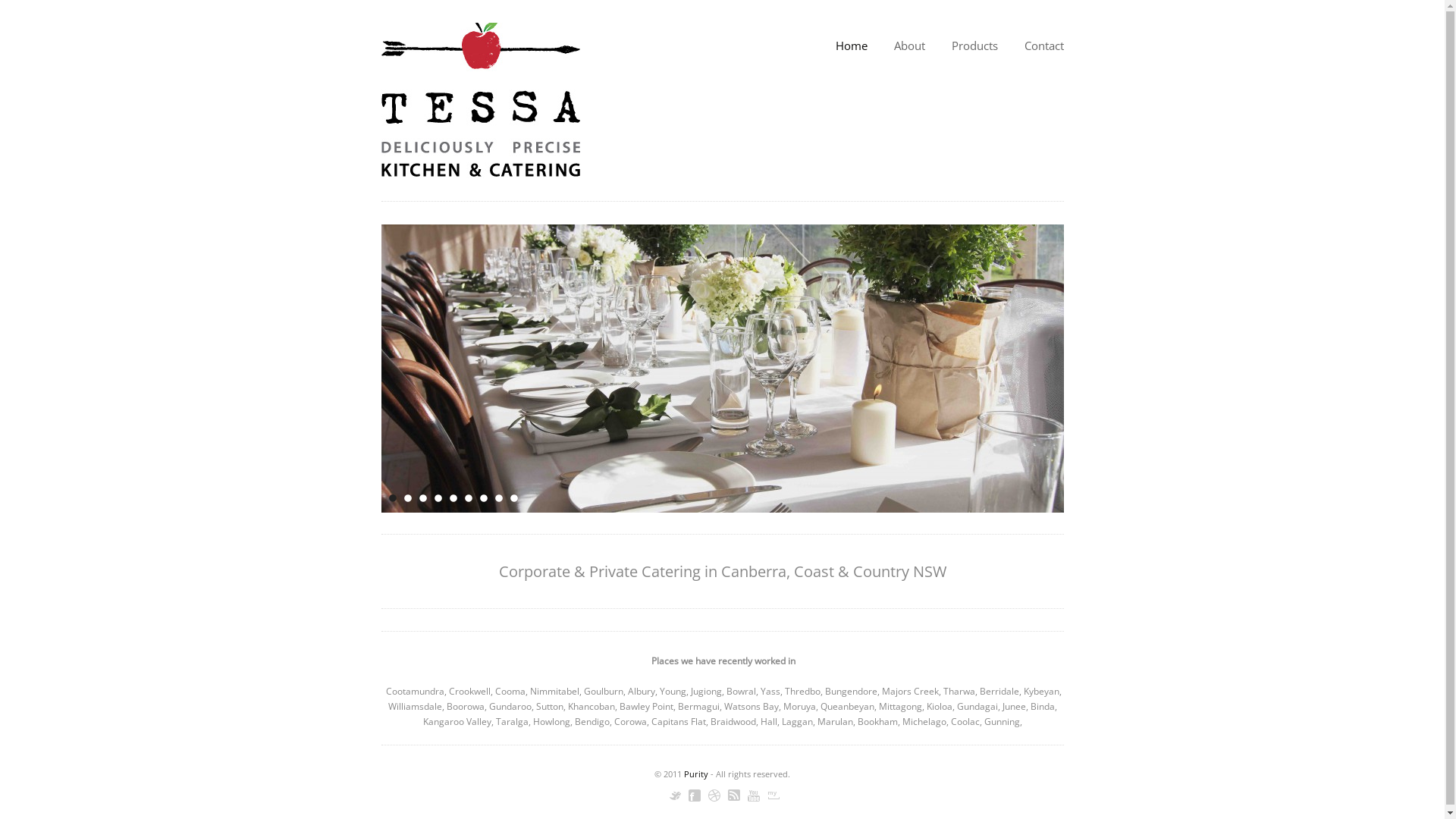 The width and height of the screenshot is (1456, 819). Describe the element at coordinates (436, 497) in the screenshot. I see `'4'` at that location.